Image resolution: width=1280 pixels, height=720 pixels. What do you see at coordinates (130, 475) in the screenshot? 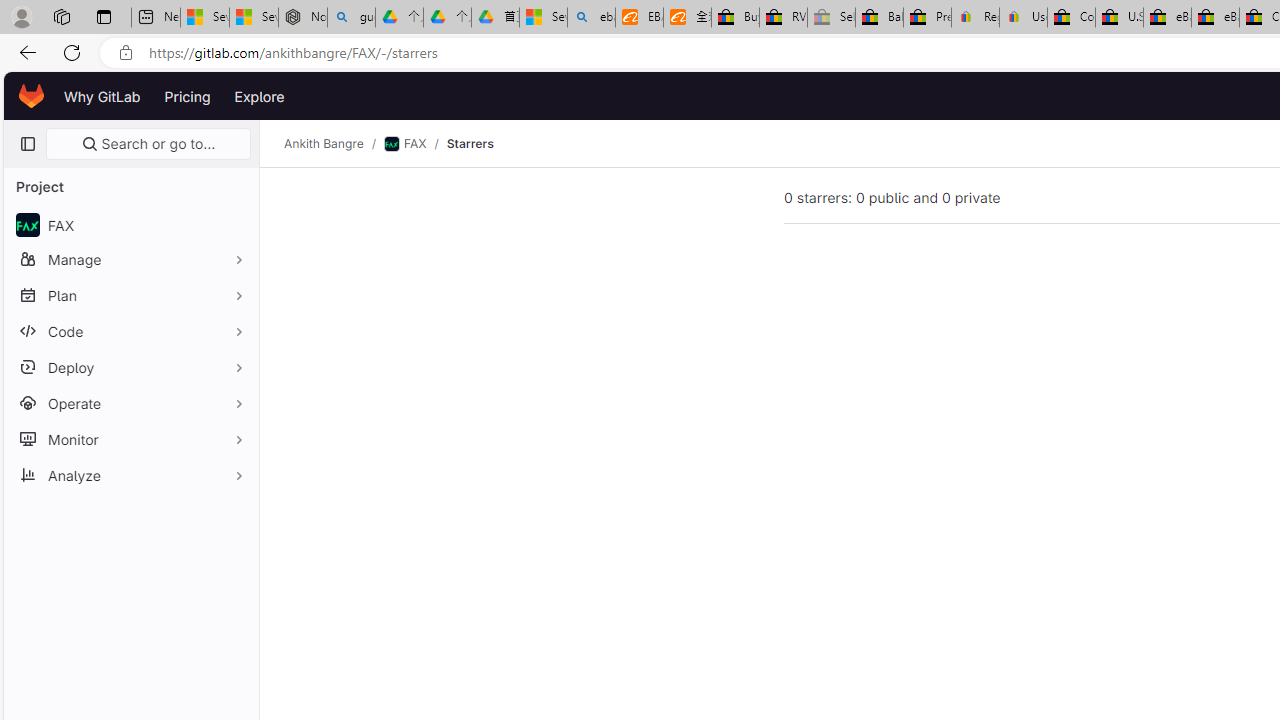
I see `'Analyze'` at bounding box center [130, 475].